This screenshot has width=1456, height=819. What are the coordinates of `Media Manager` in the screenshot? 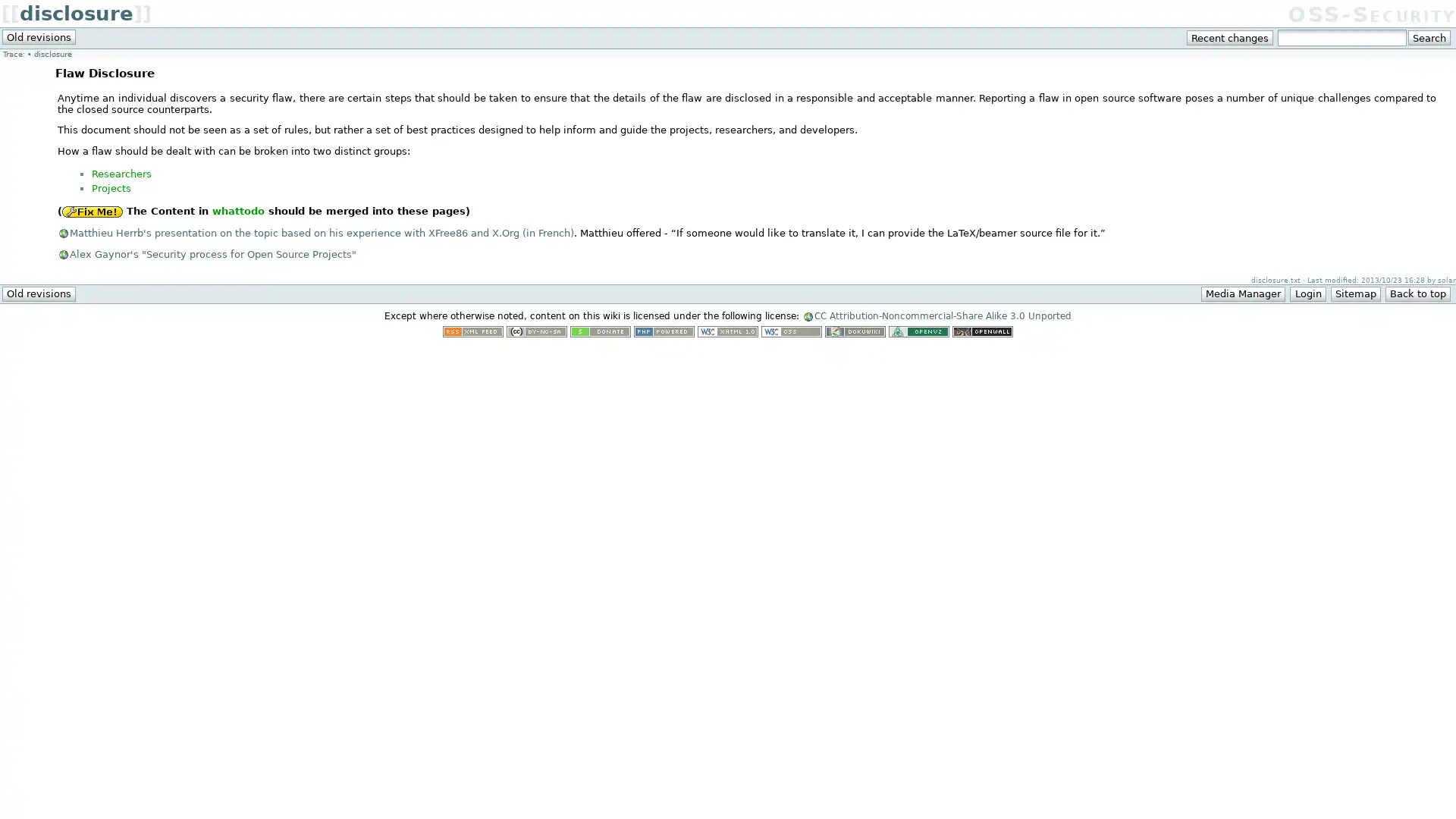 It's located at (1243, 293).